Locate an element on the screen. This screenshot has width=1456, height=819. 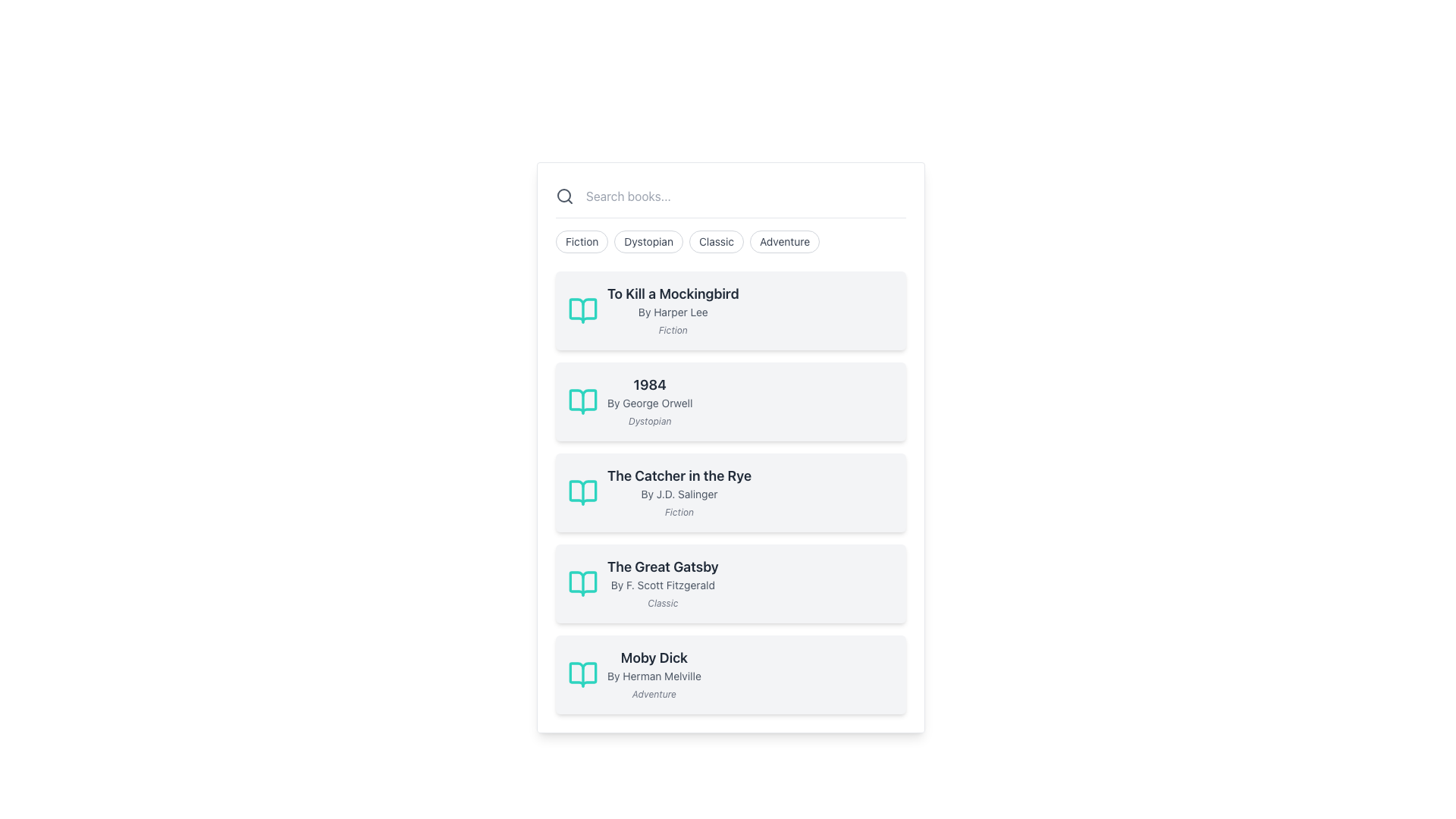
the 'Fiction', 'Dystopian', 'Classic', or 'Adventure' tag in the Interactive category filter is located at coordinates (731, 241).